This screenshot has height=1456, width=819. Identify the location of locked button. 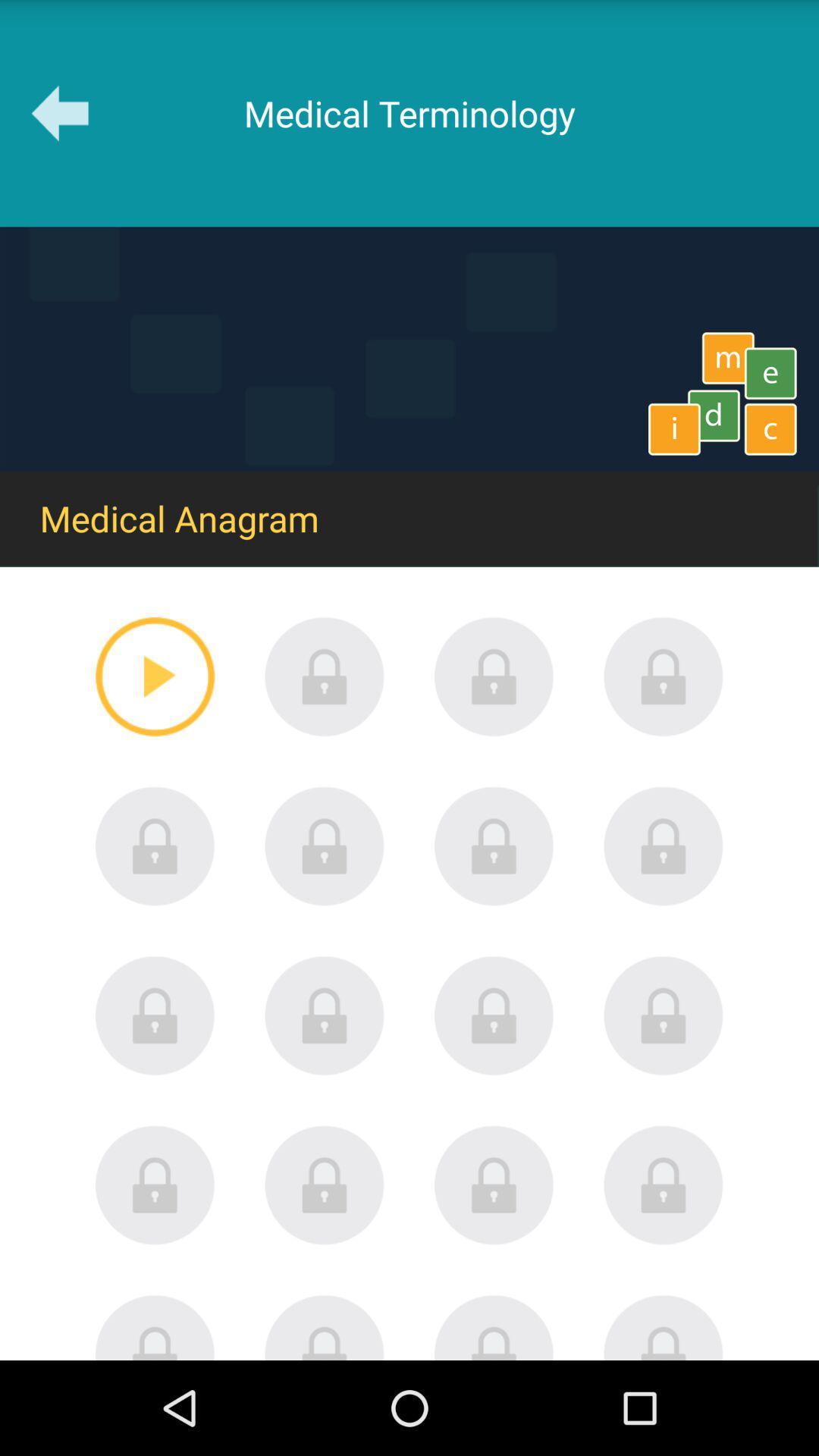
(324, 676).